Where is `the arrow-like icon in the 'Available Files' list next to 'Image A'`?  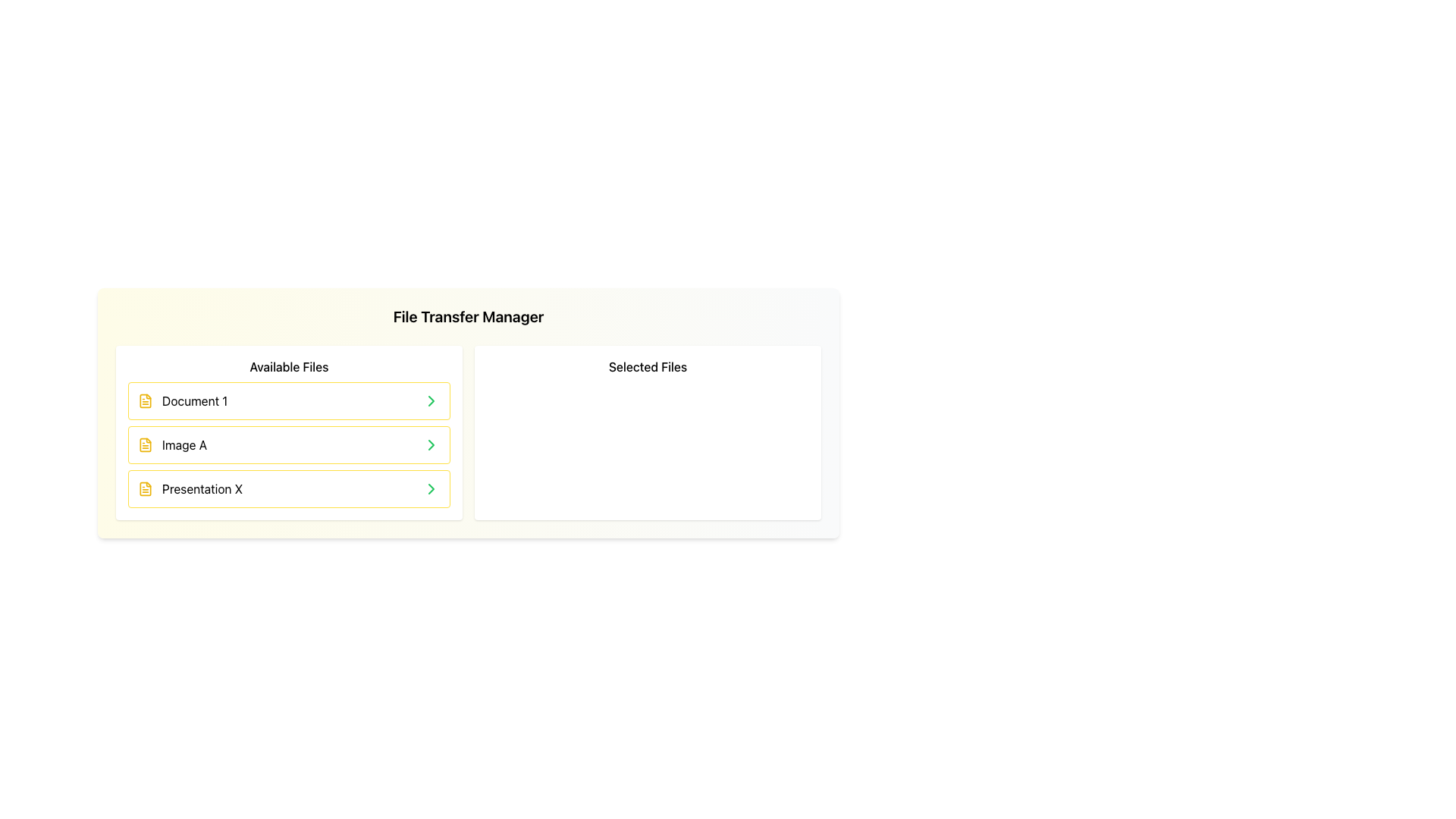
the arrow-like icon in the 'Available Files' list next to 'Image A' is located at coordinates (431, 444).